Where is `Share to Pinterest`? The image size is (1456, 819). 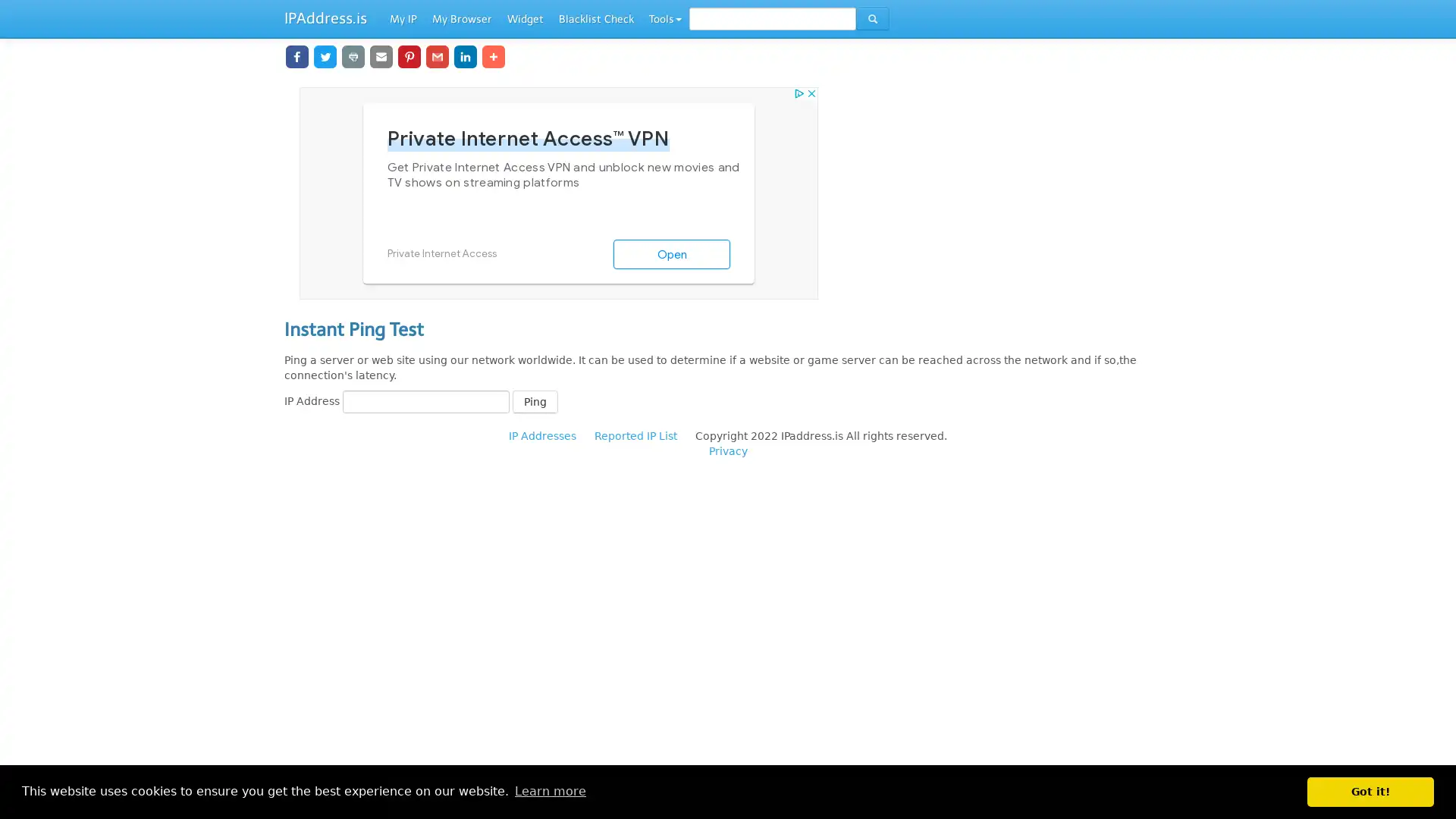
Share to Pinterest is located at coordinates (400, 55).